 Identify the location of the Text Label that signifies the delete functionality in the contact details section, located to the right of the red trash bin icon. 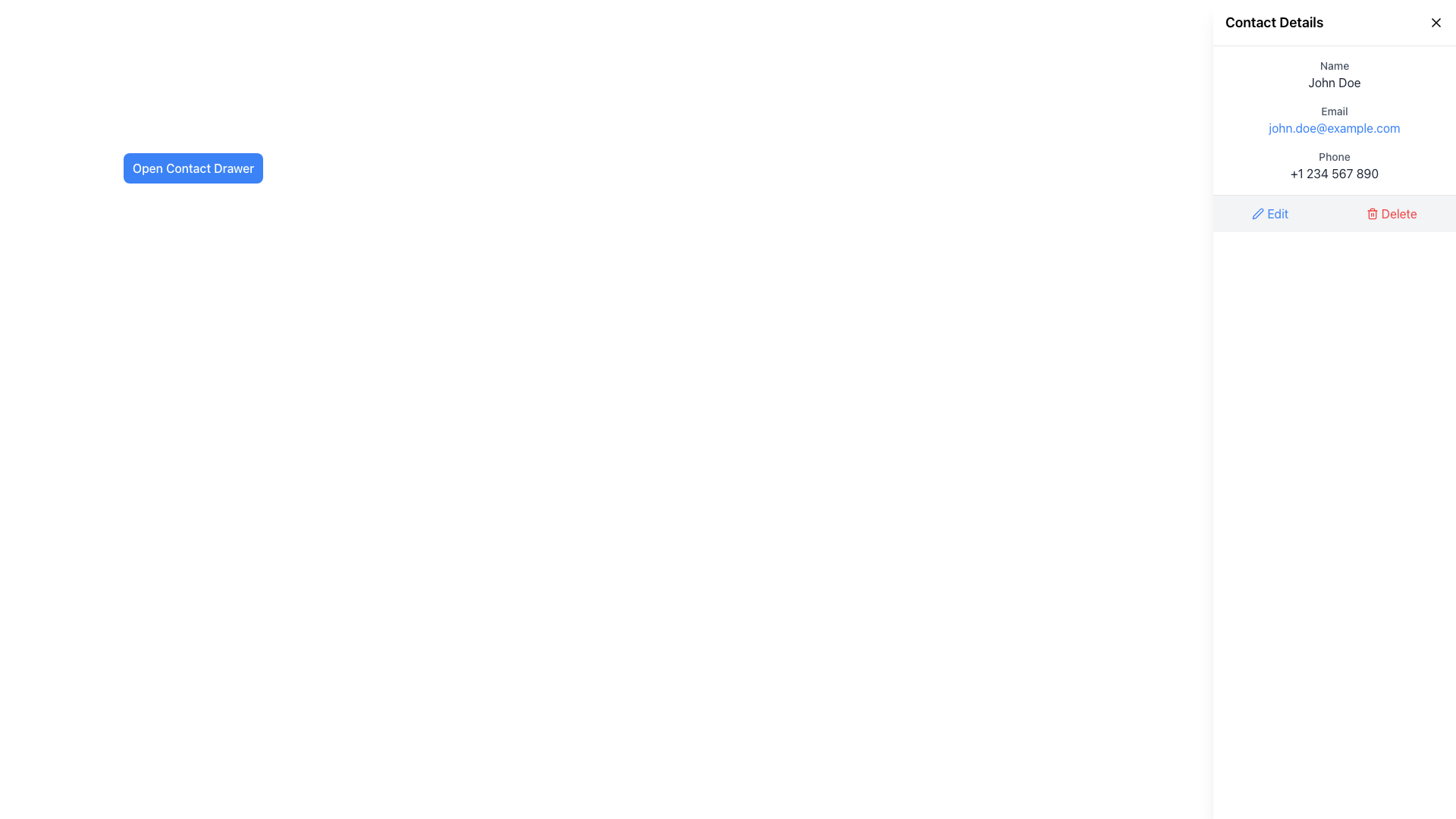
(1398, 213).